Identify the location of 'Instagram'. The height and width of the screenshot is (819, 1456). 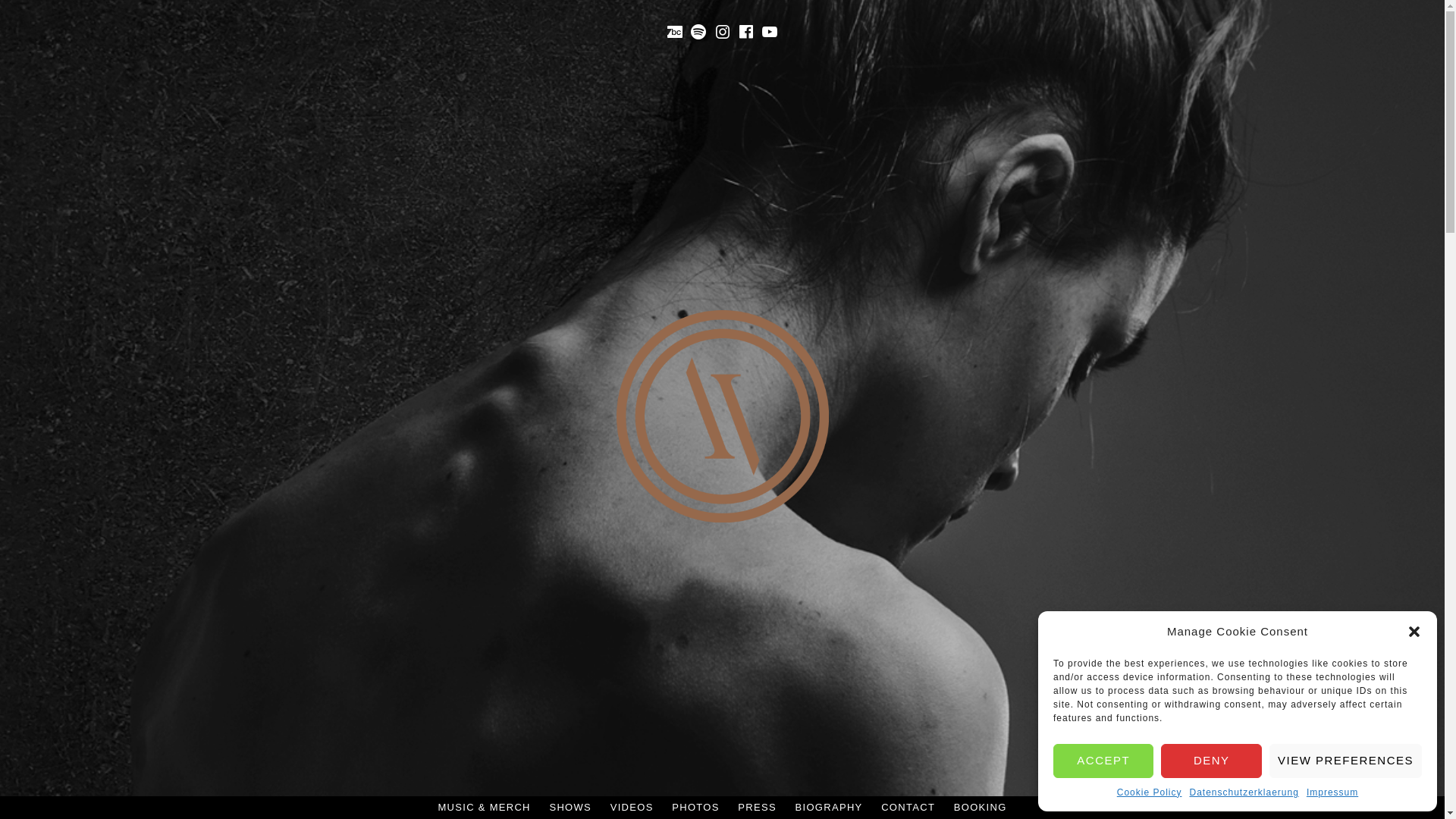
(722, 32).